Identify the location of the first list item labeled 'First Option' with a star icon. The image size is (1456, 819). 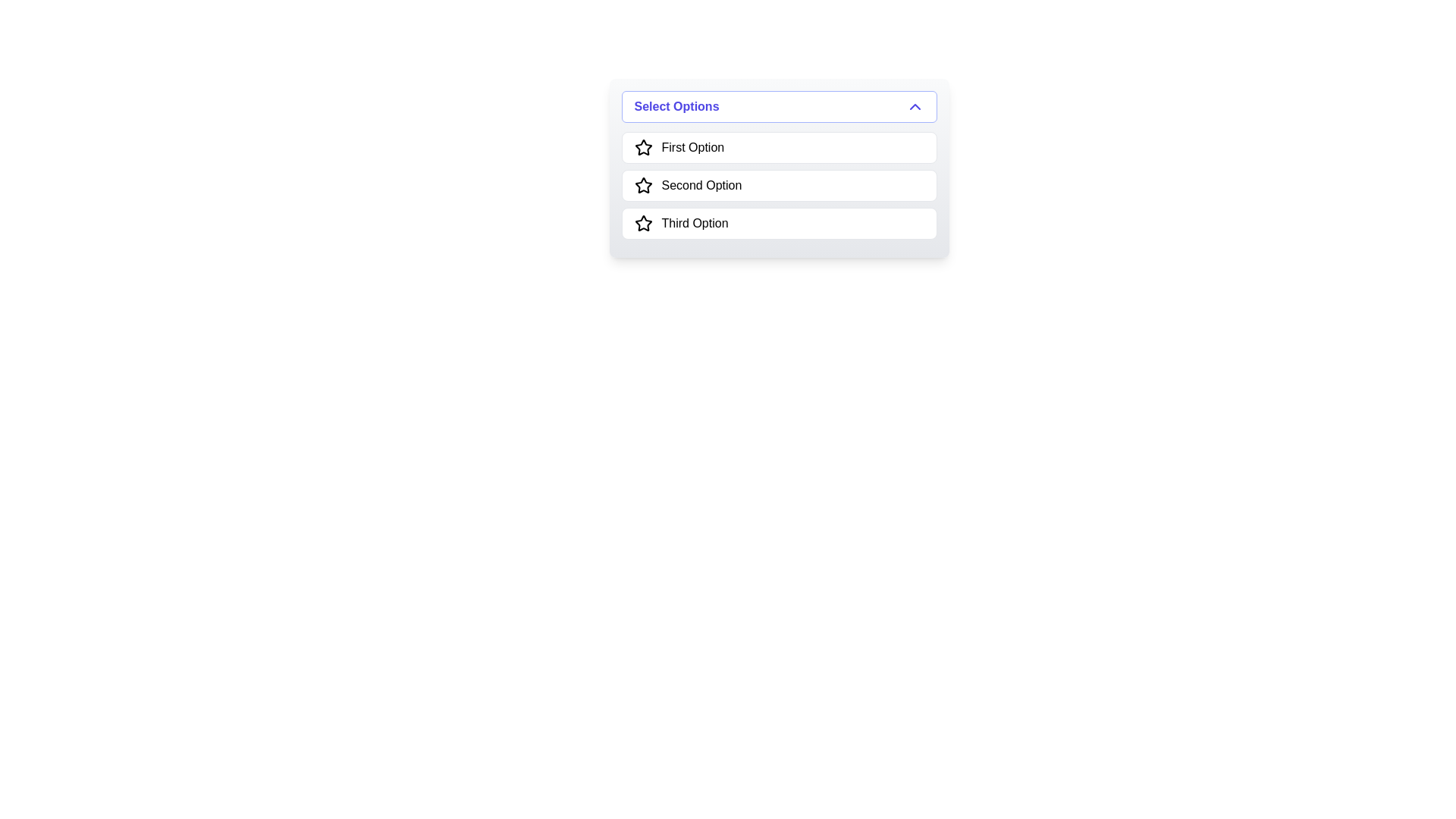
(678, 148).